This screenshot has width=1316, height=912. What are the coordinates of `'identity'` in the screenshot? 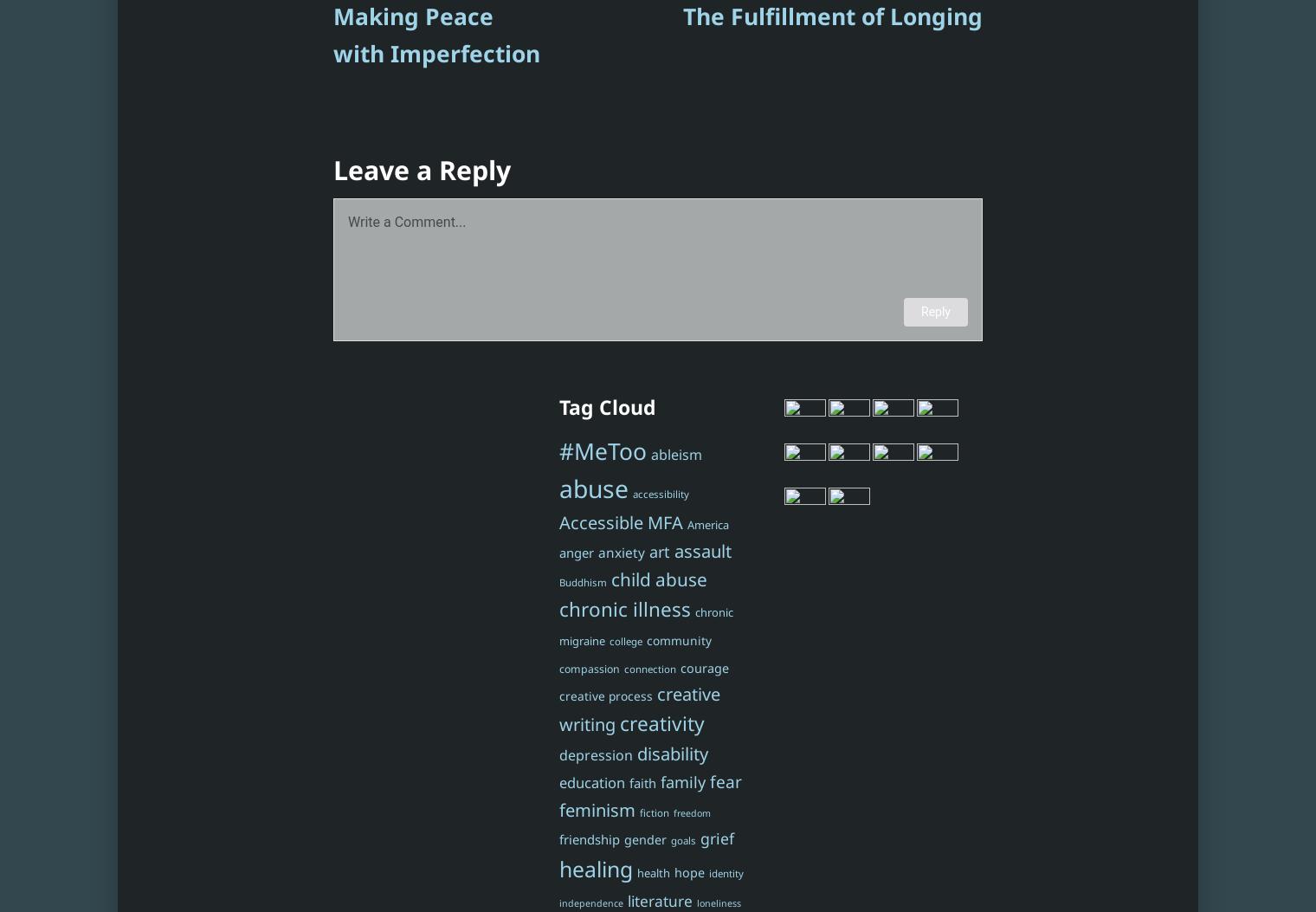 It's located at (724, 872).